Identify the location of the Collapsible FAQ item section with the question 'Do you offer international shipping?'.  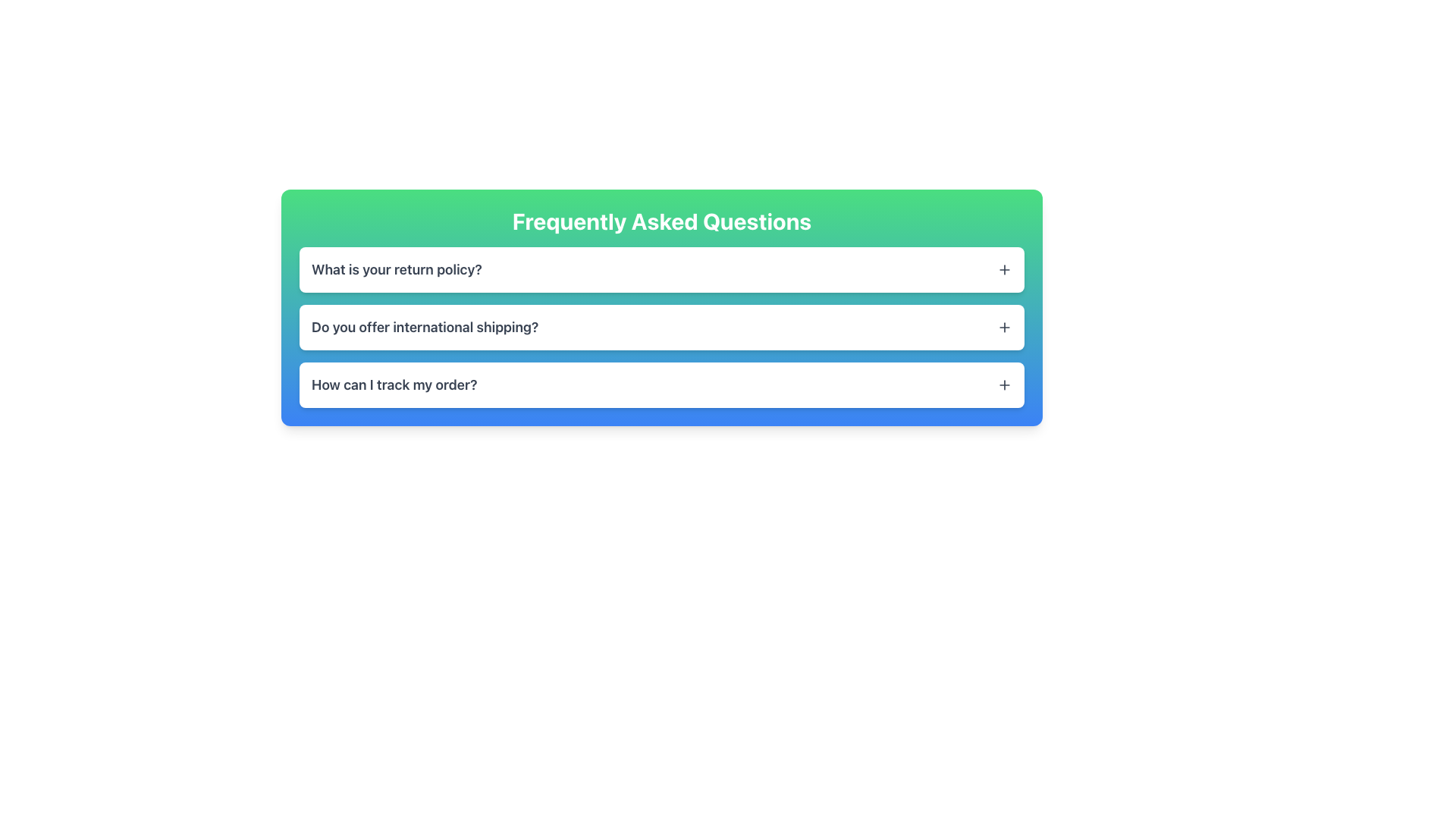
(662, 327).